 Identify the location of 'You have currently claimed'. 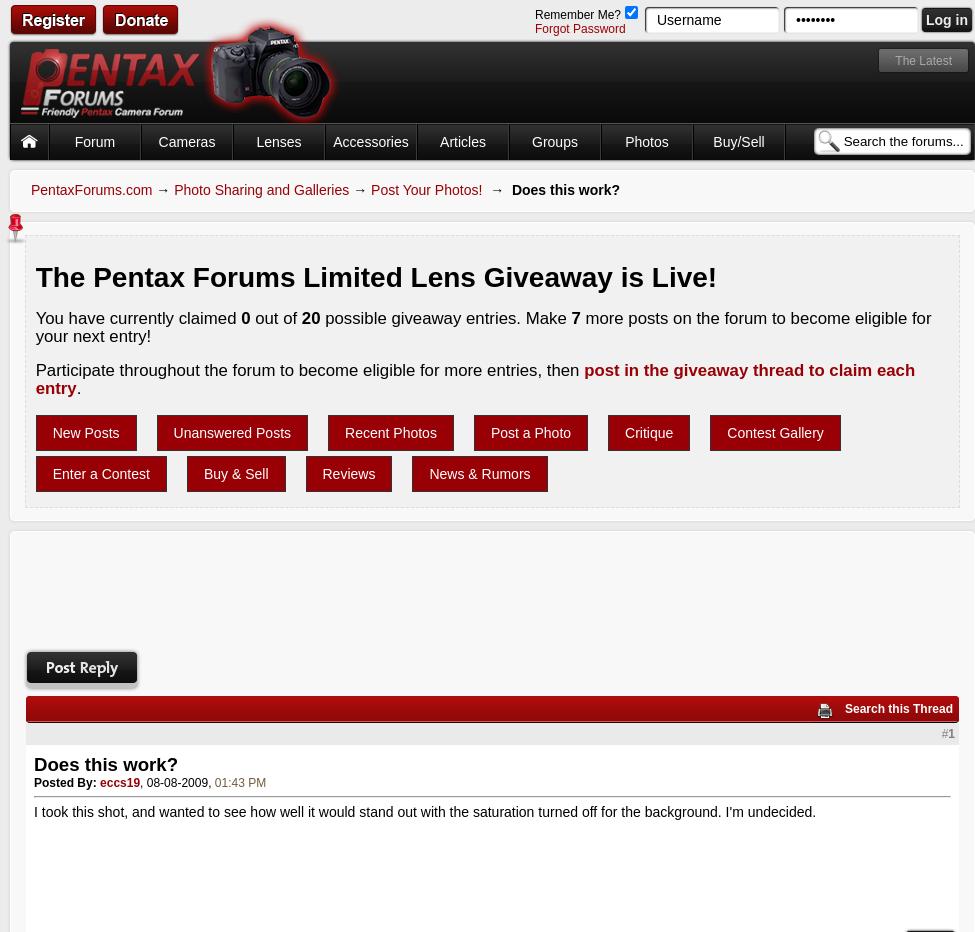
(136, 317).